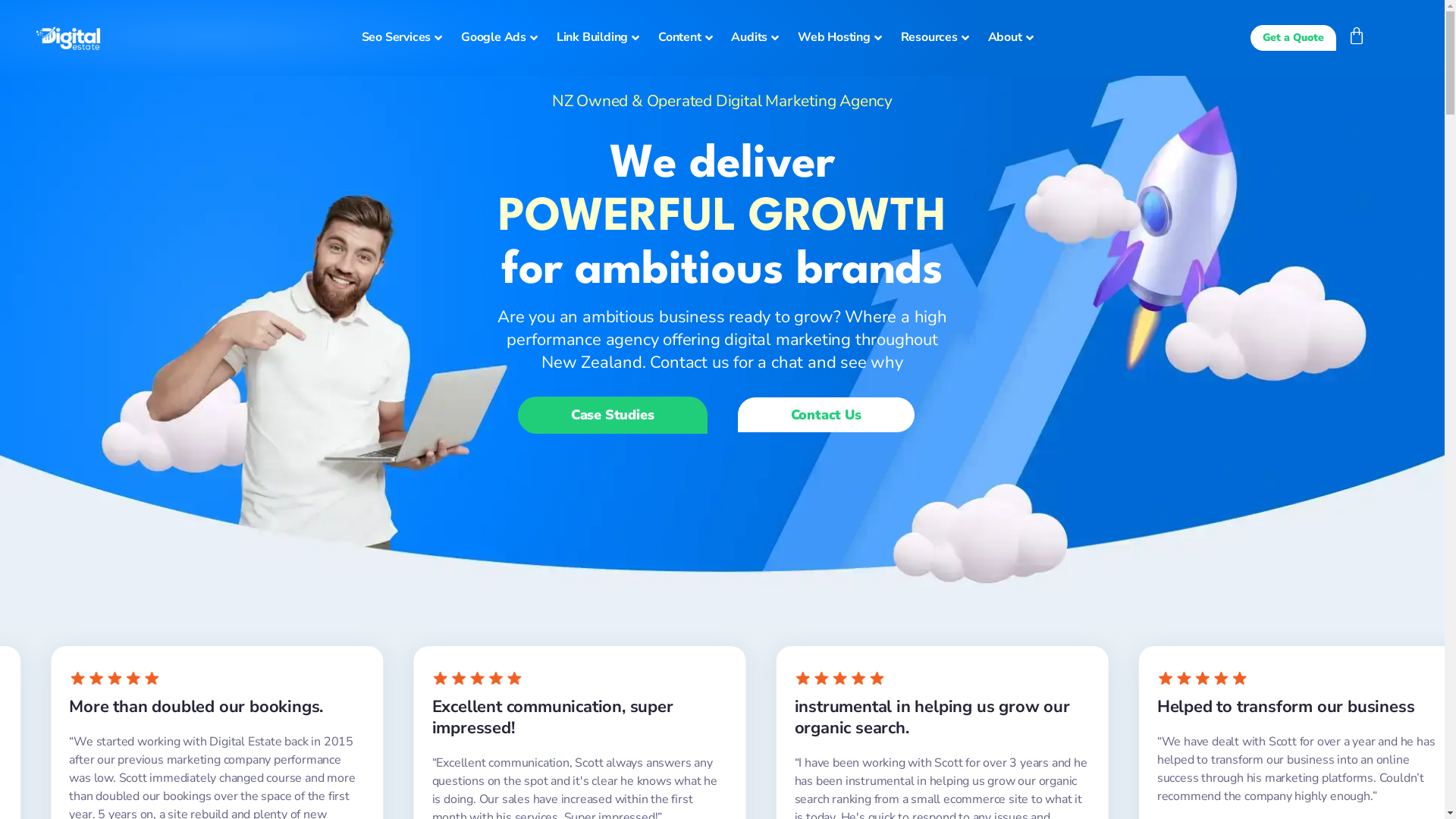  Describe the element at coordinates (686, 37) in the screenshot. I see `'Content'` at that location.